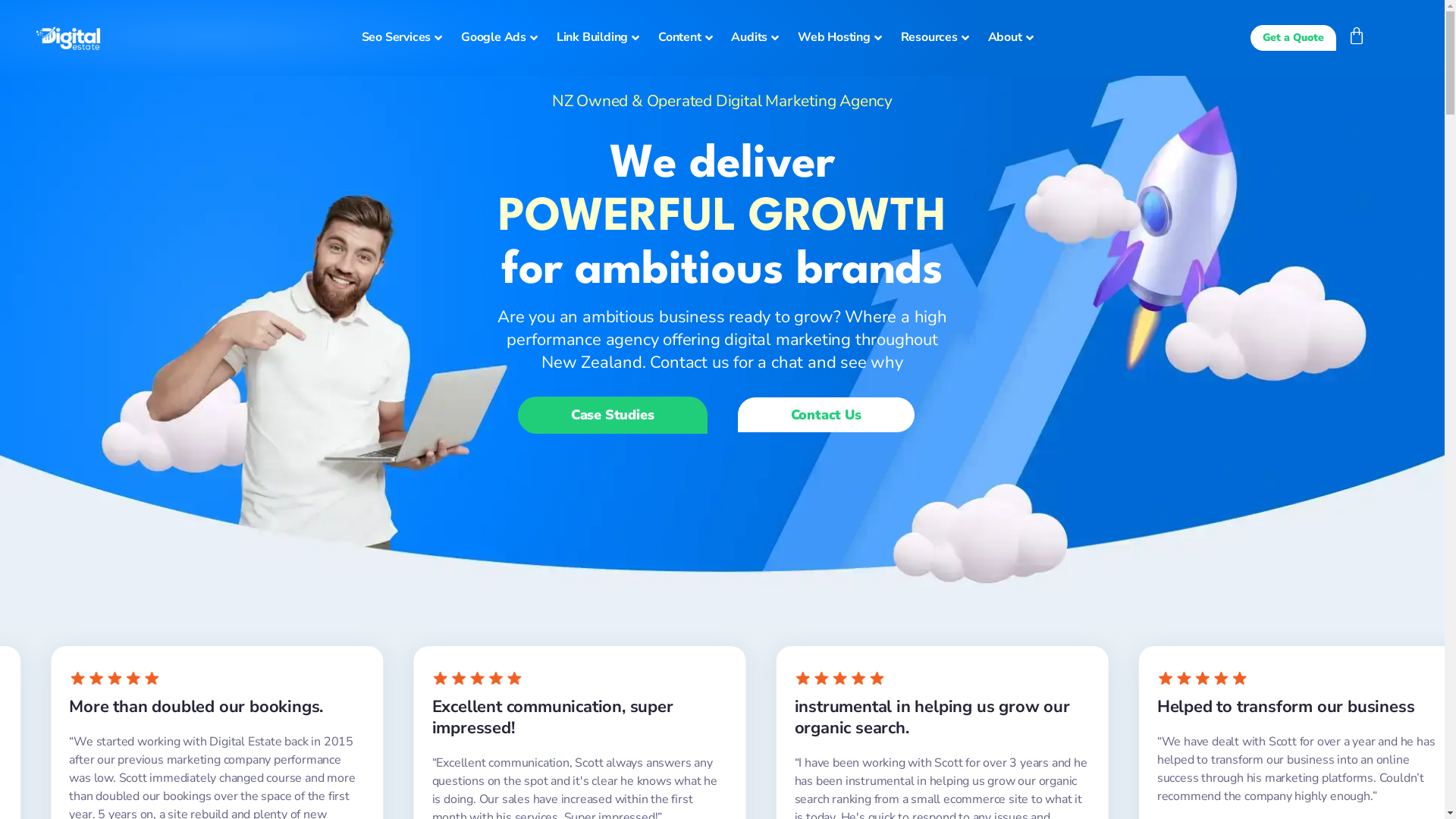  Describe the element at coordinates (686, 37) in the screenshot. I see `'Content'` at that location.